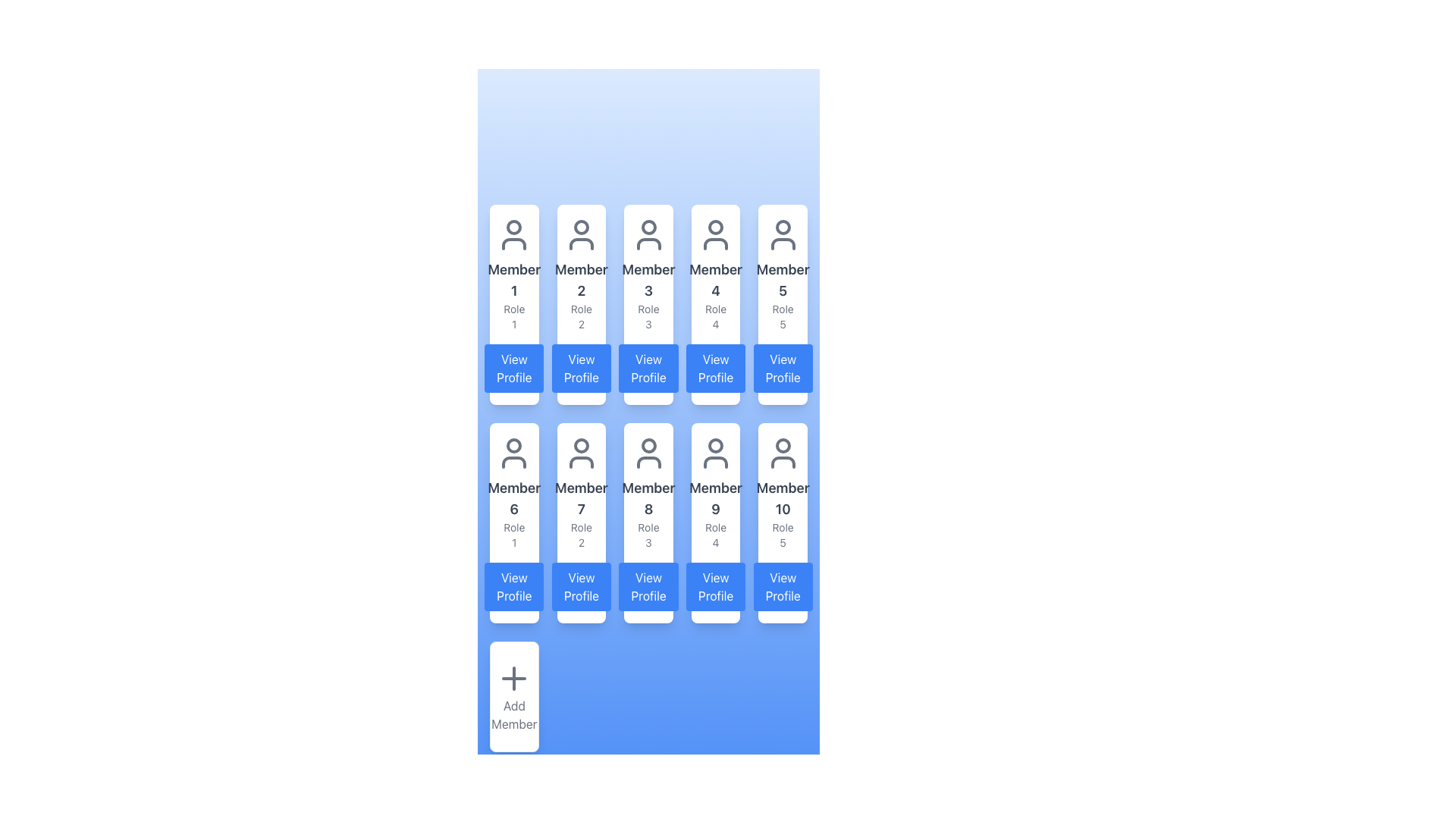 This screenshot has height=819, width=1456. Describe the element at coordinates (580, 304) in the screenshot. I see `the Profile Card that has a white background, rounded corners, and a blue button labeled 'View Profile' at the bottom, located in the second column of the top row in the grid layout` at that location.